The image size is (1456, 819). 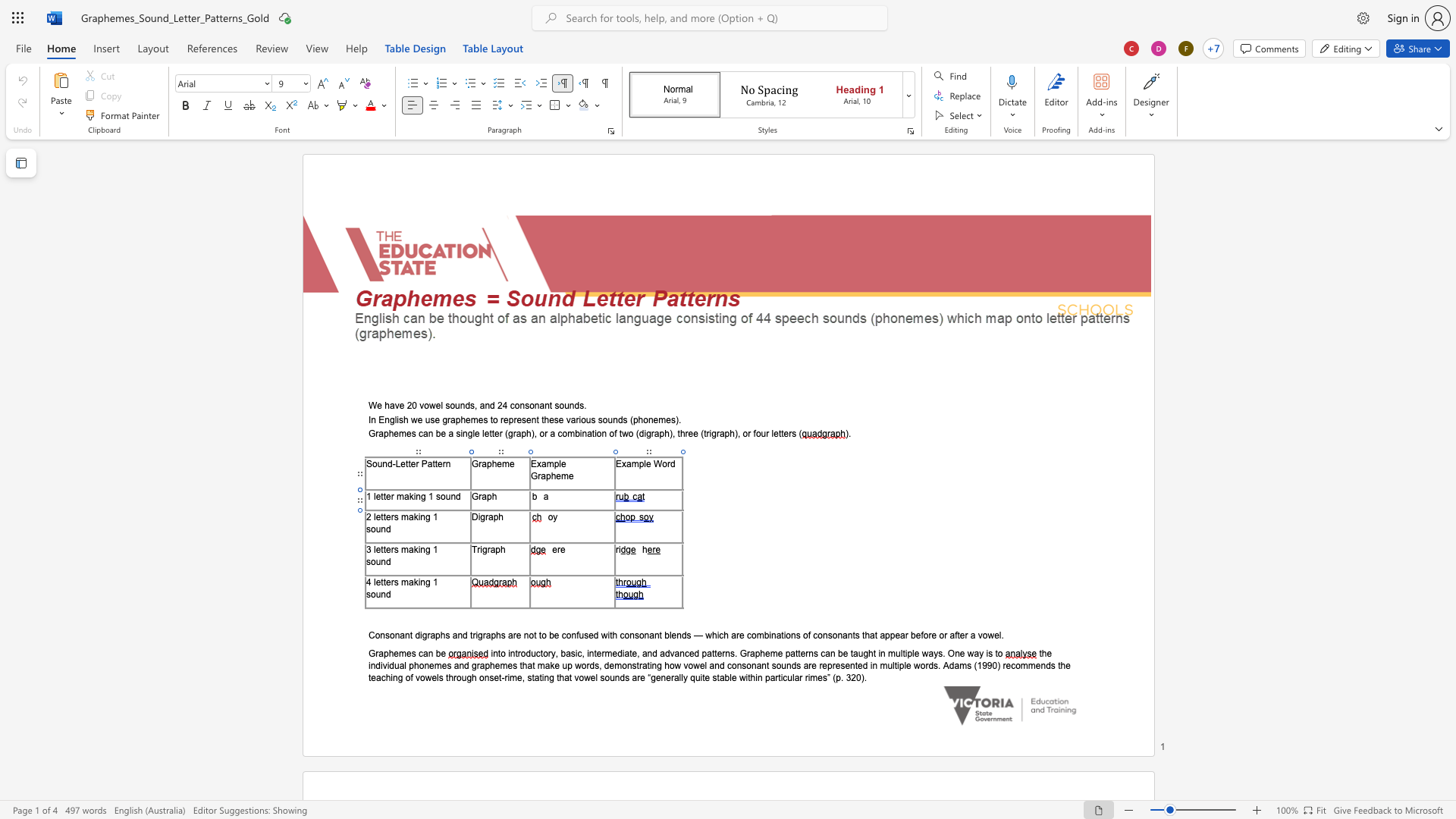 What do you see at coordinates (381, 528) in the screenshot?
I see `the space between the continuous character "u" and "n" in the text` at bounding box center [381, 528].